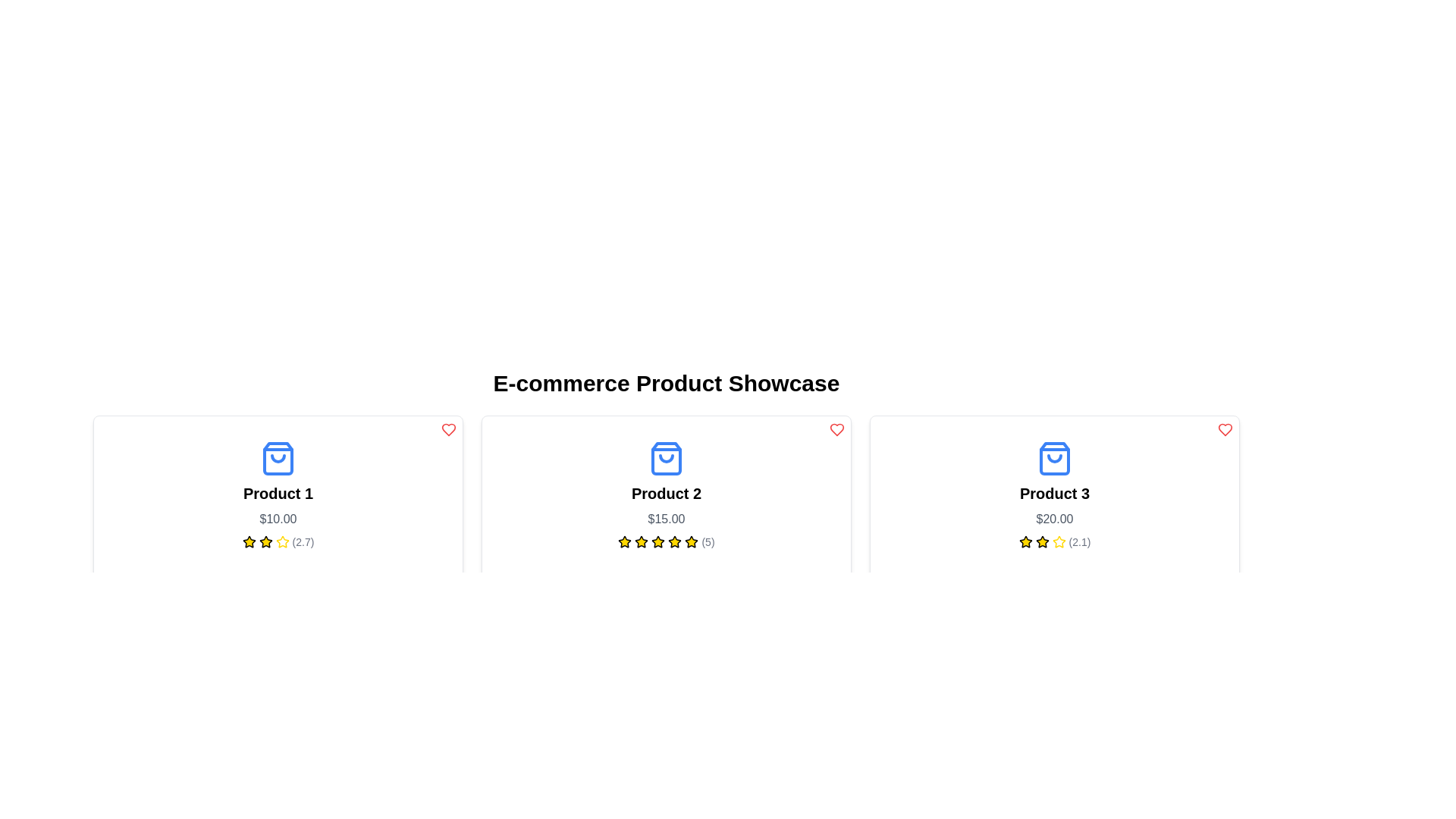  What do you see at coordinates (1041, 541) in the screenshot?
I see `the gold-filled star icon representing the rating for 'Product 3'` at bounding box center [1041, 541].